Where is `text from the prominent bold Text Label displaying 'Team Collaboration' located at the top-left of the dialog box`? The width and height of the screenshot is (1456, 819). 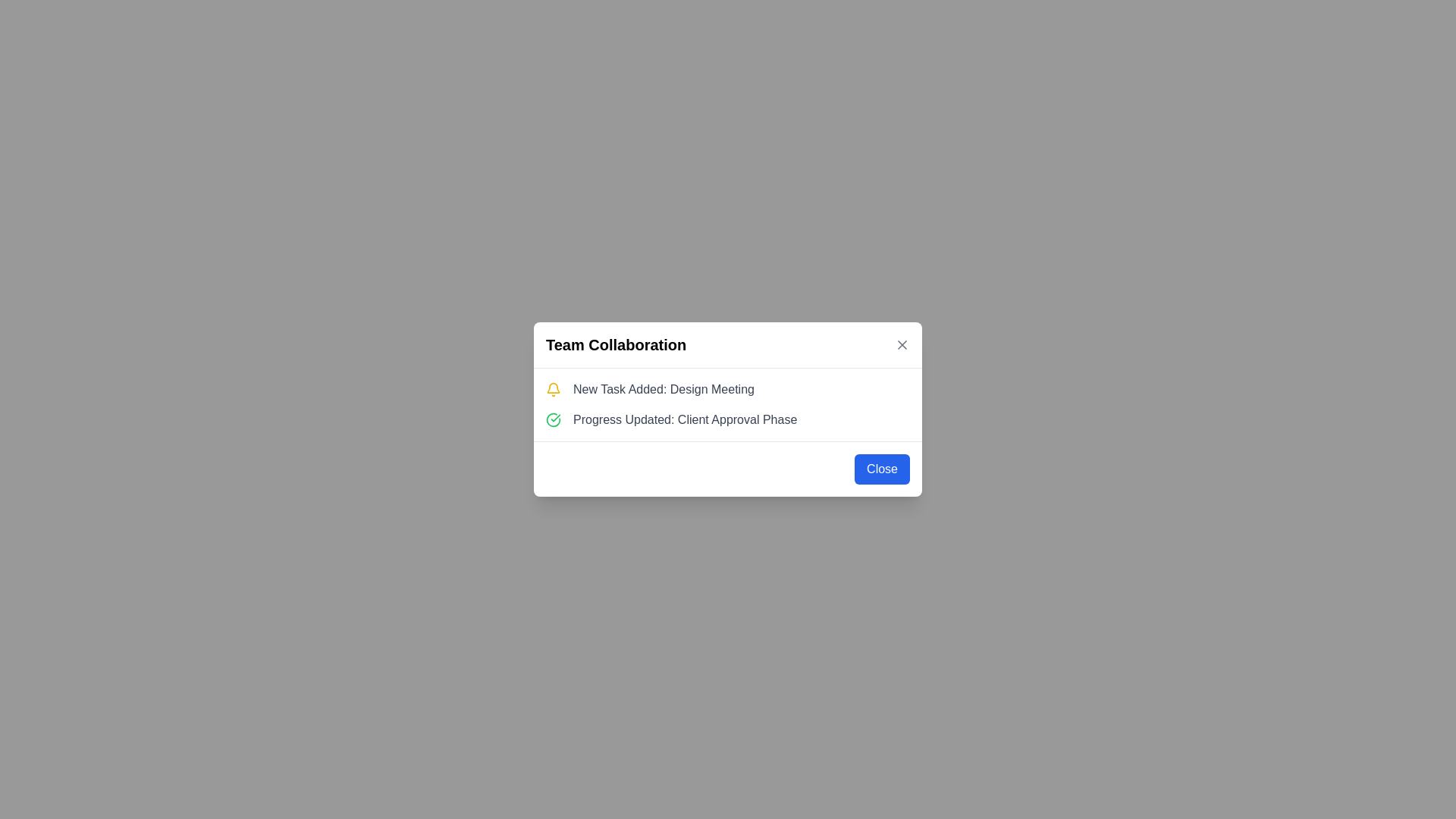
text from the prominent bold Text Label displaying 'Team Collaboration' located at the top-left of the dialog box is located at coordinates (616, 345).